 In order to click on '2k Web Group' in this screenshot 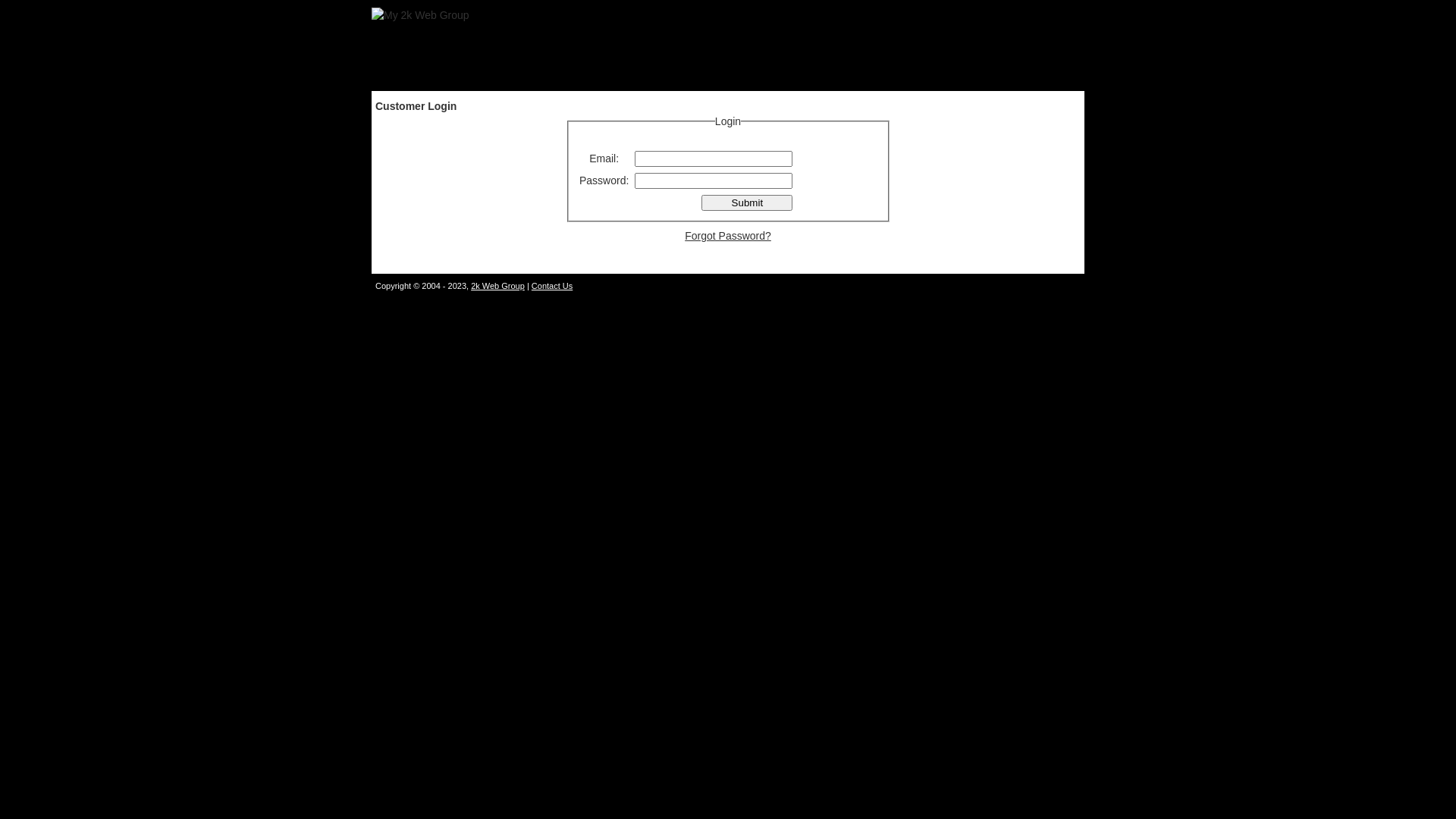, I will do `click(497, 286)`.